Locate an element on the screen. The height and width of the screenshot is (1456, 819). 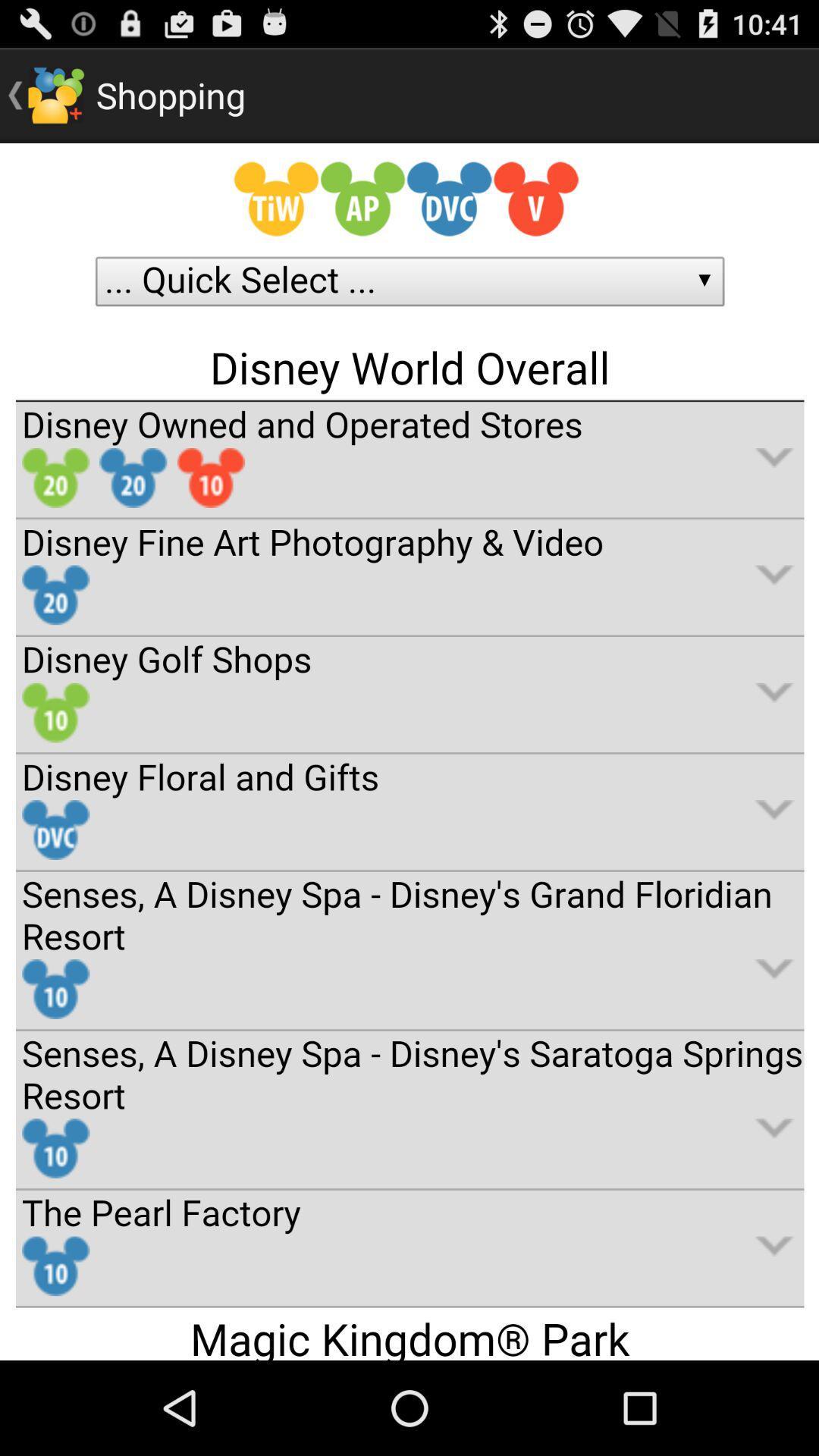
browse features is located at coordinates (409, 752).